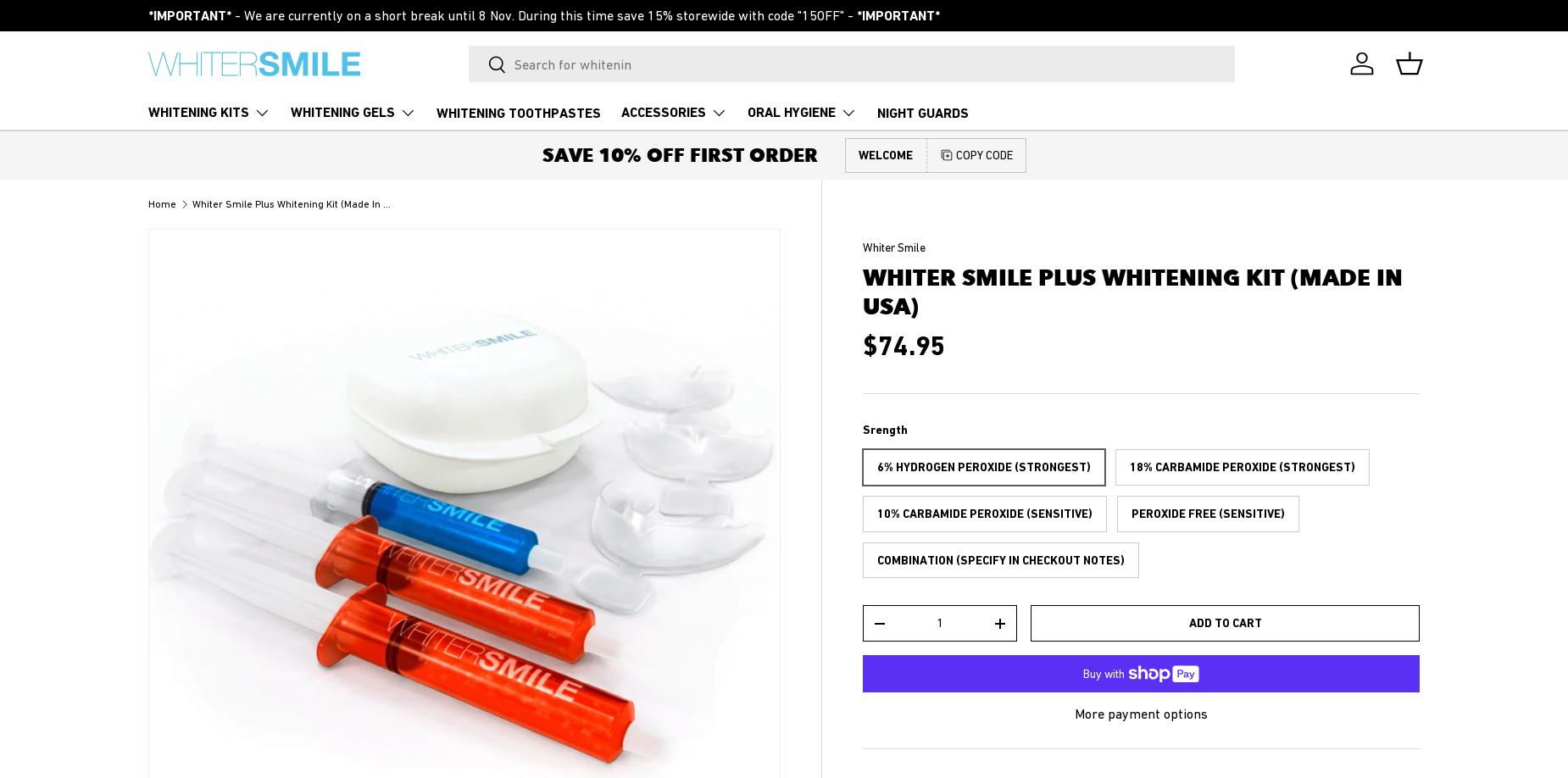 This screenshot has height=778, width=1568. What do you see at coordinates (679, 154) in the screenshot?
I see `'SAVE 10% OFF FIRST ORDER'` at bounding box center [679, 154].